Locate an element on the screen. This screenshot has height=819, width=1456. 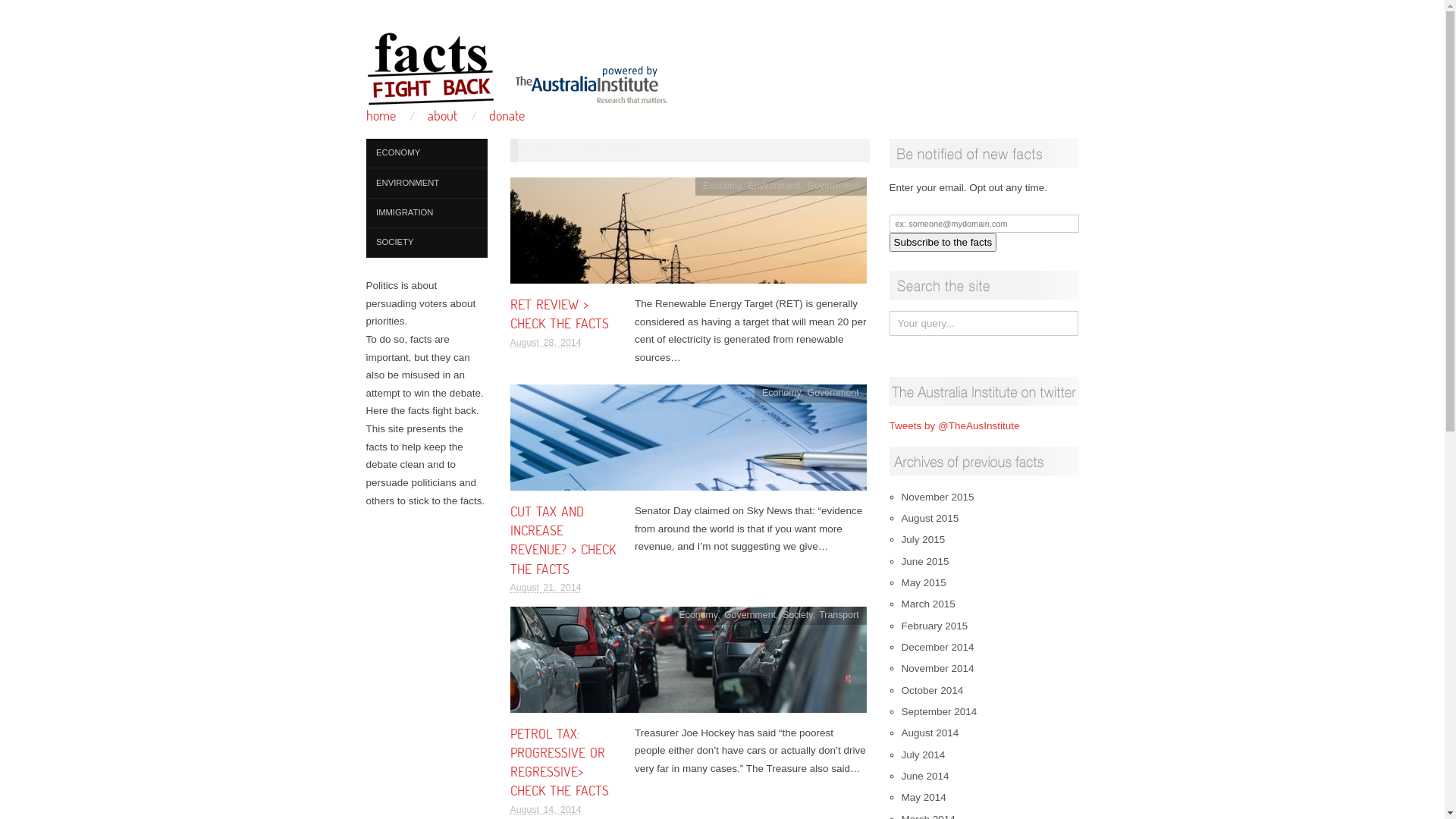
'2014' is located at coordinates (568, 149).